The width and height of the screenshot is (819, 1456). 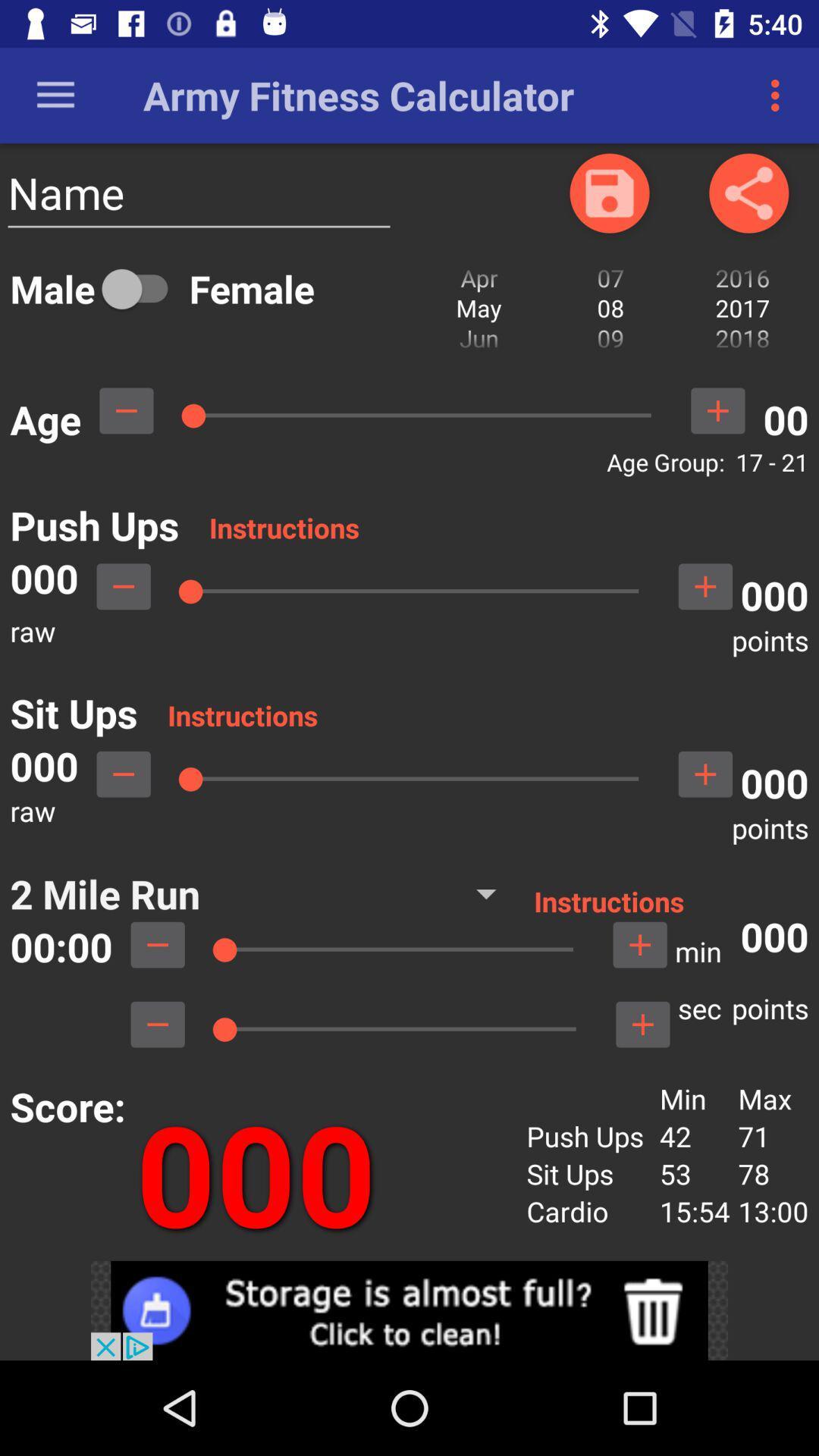 What do you see at coordinates (717, 410) in the screenshot?
I see `increase` at bounding box center [717, 410].